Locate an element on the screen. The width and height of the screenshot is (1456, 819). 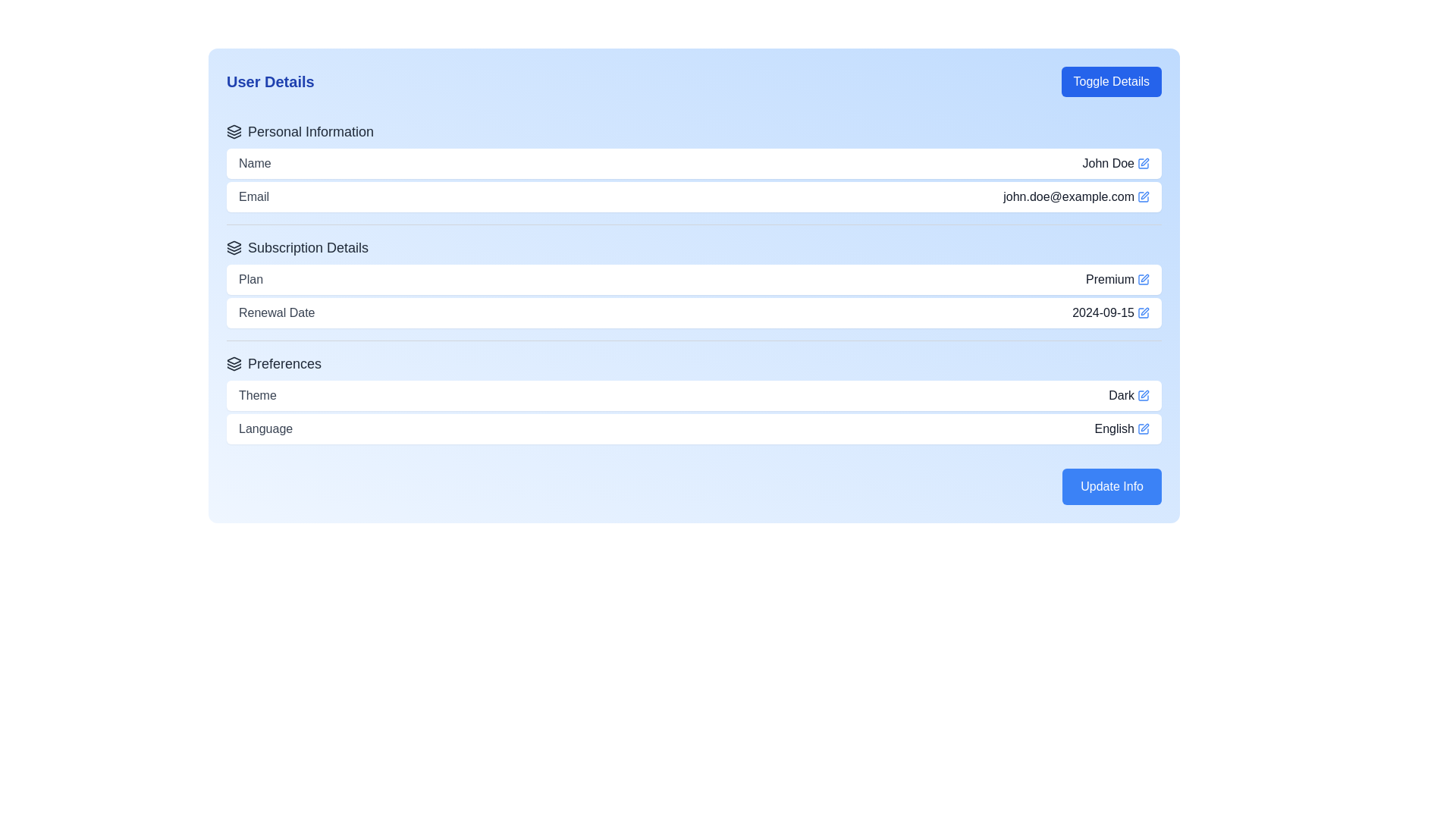
the blue square pen icon located to the direct right of the text '2024-09-15' is located at coordinates (1143, 312).